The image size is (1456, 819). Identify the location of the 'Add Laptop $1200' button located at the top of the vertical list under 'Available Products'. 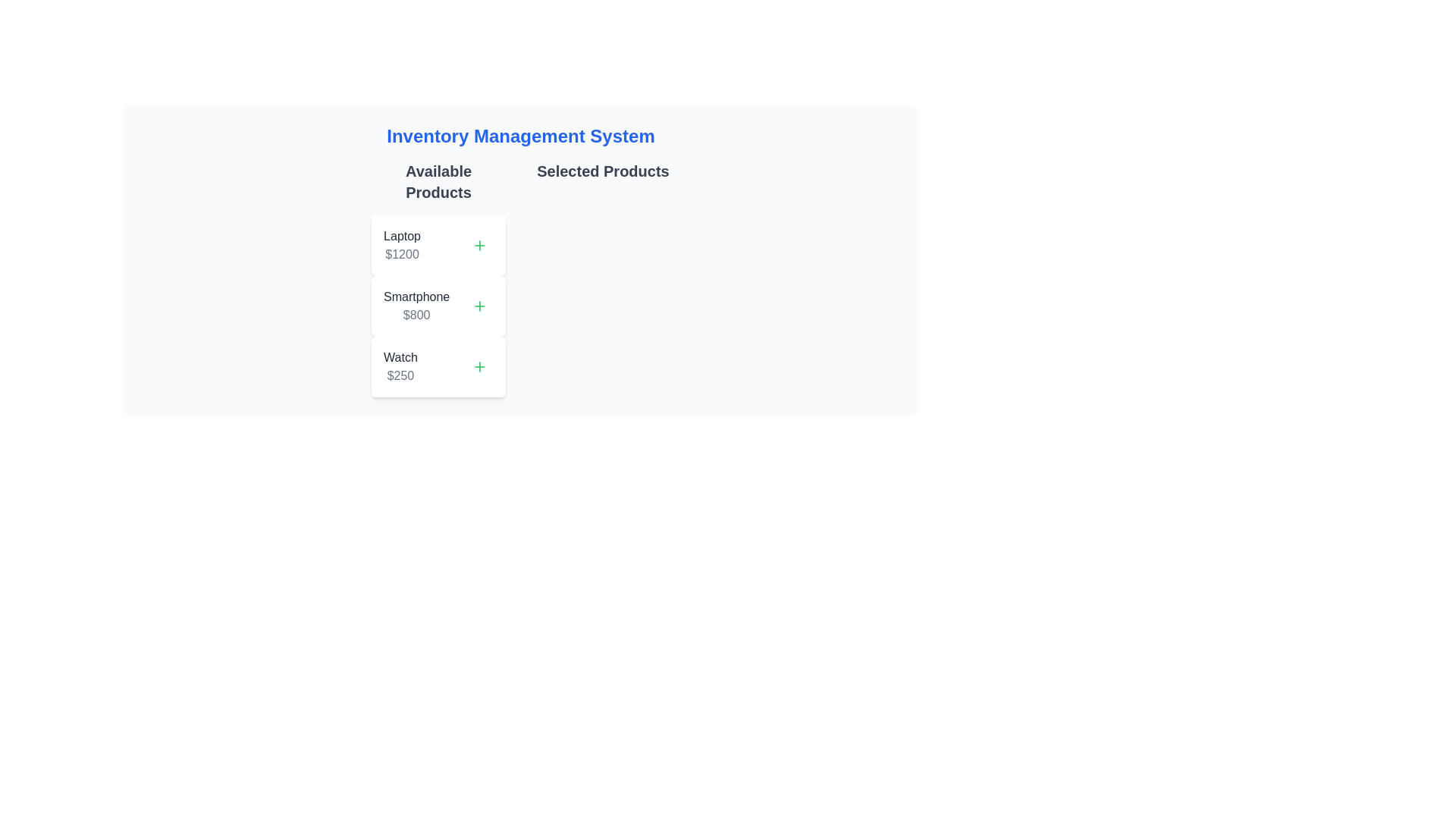
(479, 245).